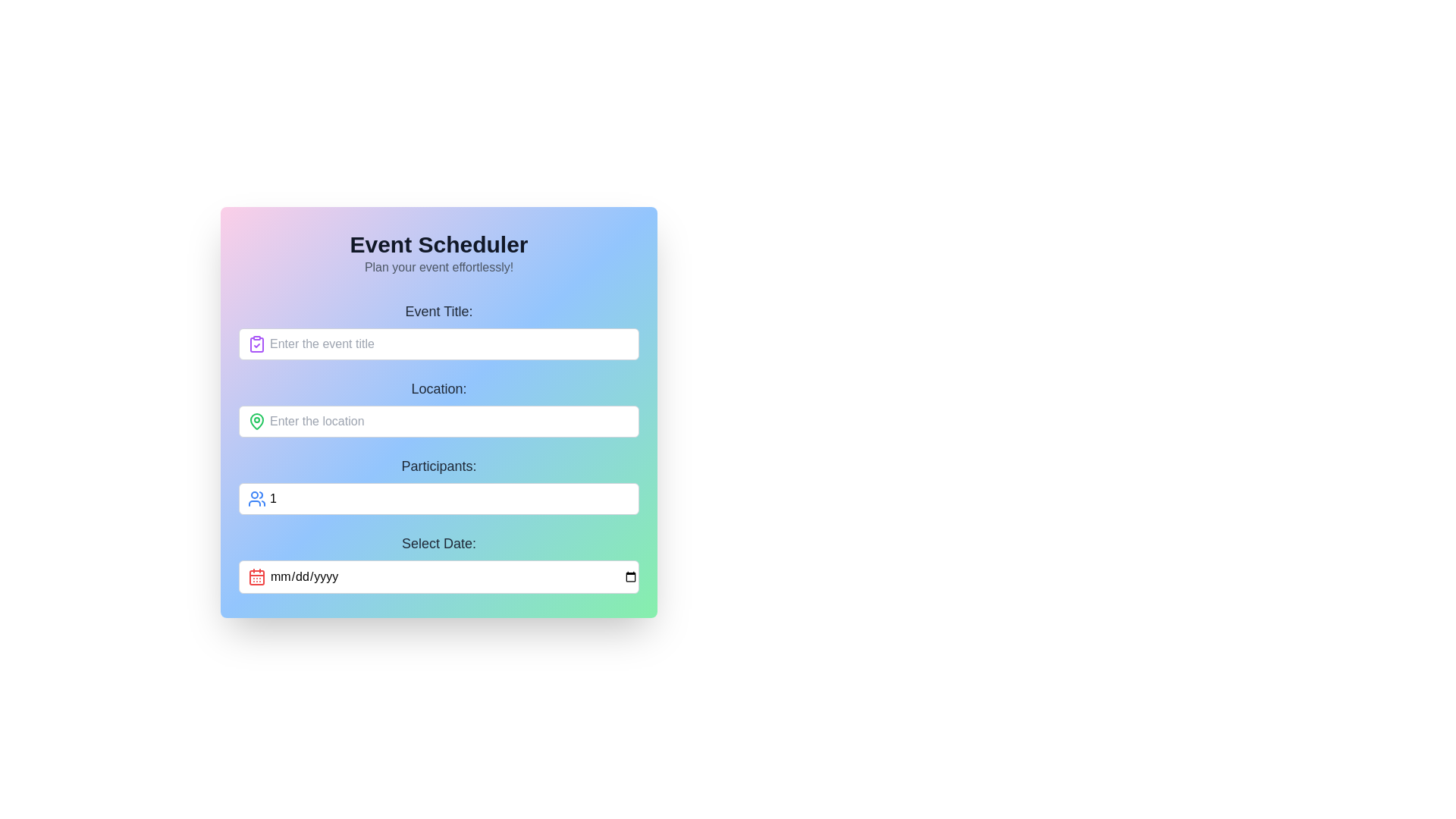 The width and height of the screenshot is (1456, 819). I want to click on the clipboard icon with a checkmark located to the far left of the 'Enter the event title' input field in the 'Event Title' section, so click(257, 344).